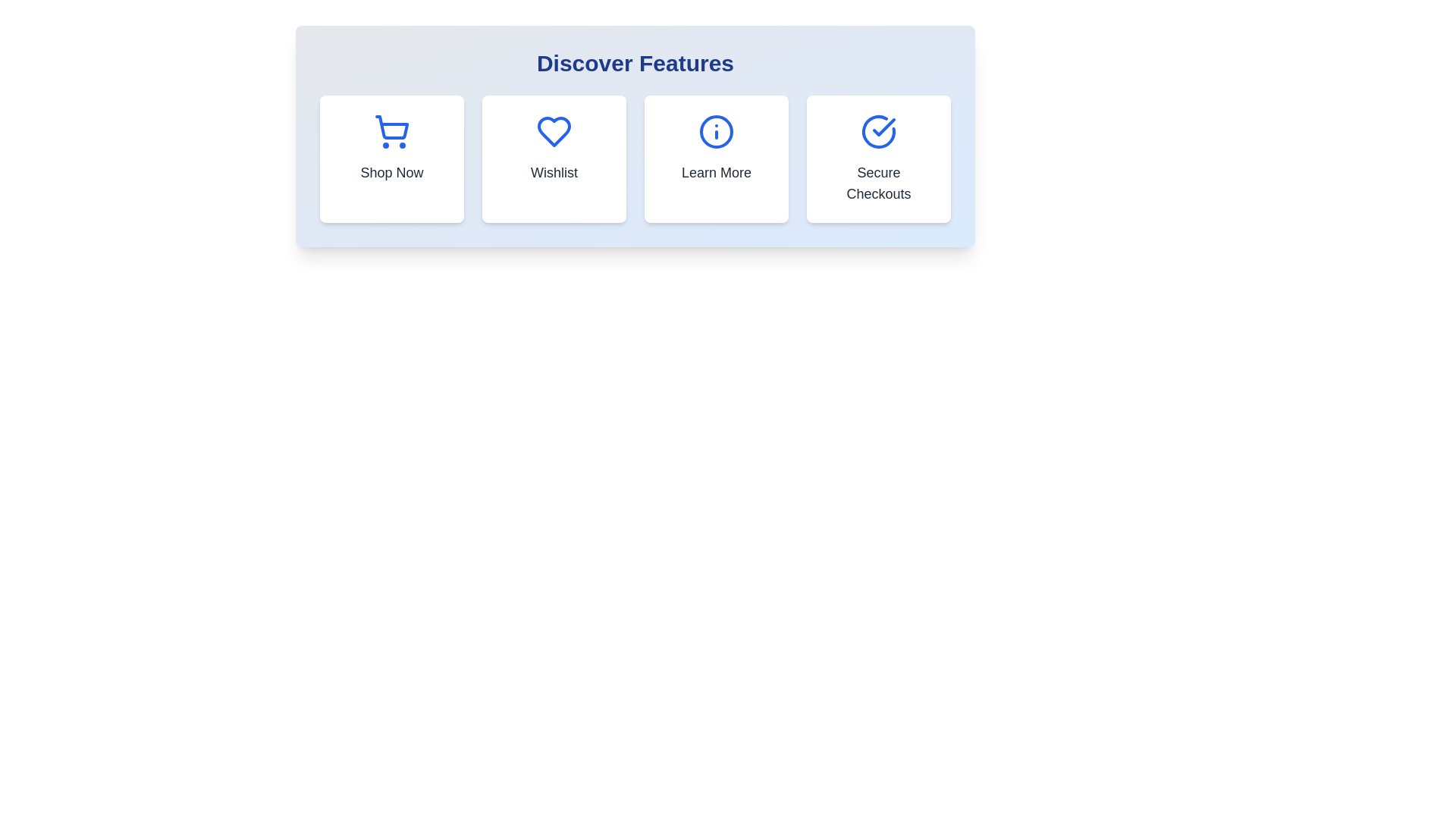 The width and height of the screenshot is (1456, 819). I want to click on the circular blue-stroke icon with a checkmark inside, located in the central upper area of the fourth card labeled 'Secure Checkouts', so click(878, 130).